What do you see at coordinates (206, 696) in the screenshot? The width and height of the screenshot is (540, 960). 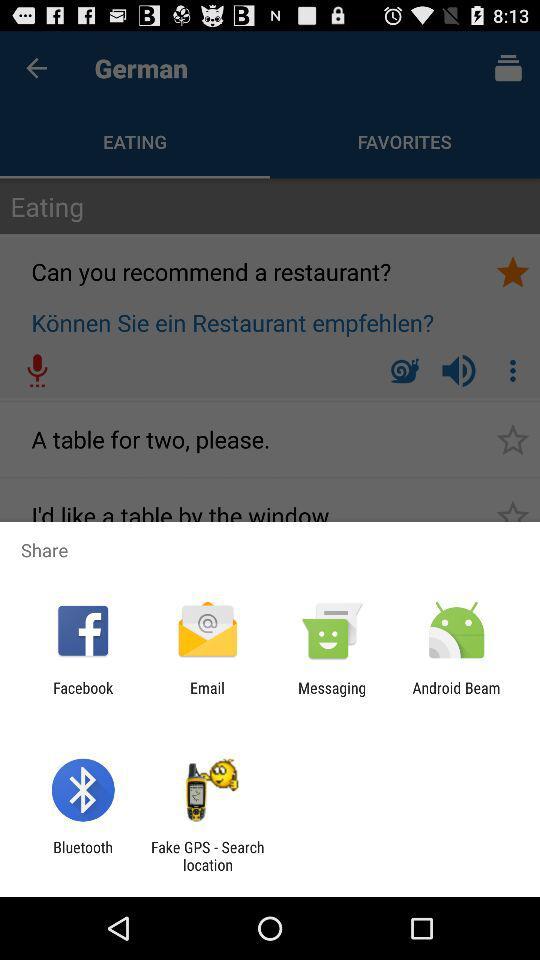 I see `the icon to the right of the facebook app` at bounding box center [206, 696].